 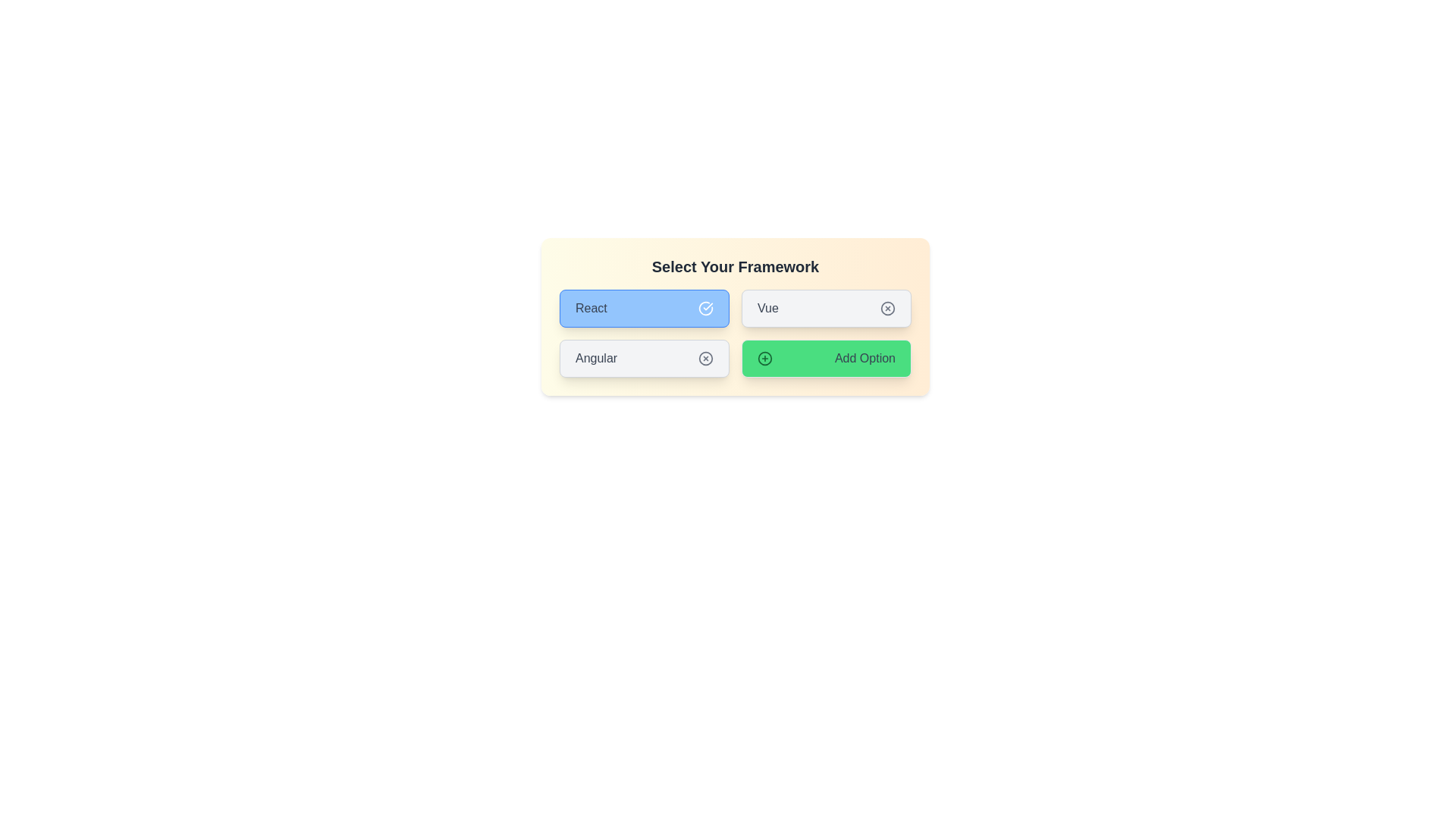 What do you see at coordinates (825, 359) in the screenshot?
I see `the 'Add Option' button to add a new option` at bounding box center [825, 359].